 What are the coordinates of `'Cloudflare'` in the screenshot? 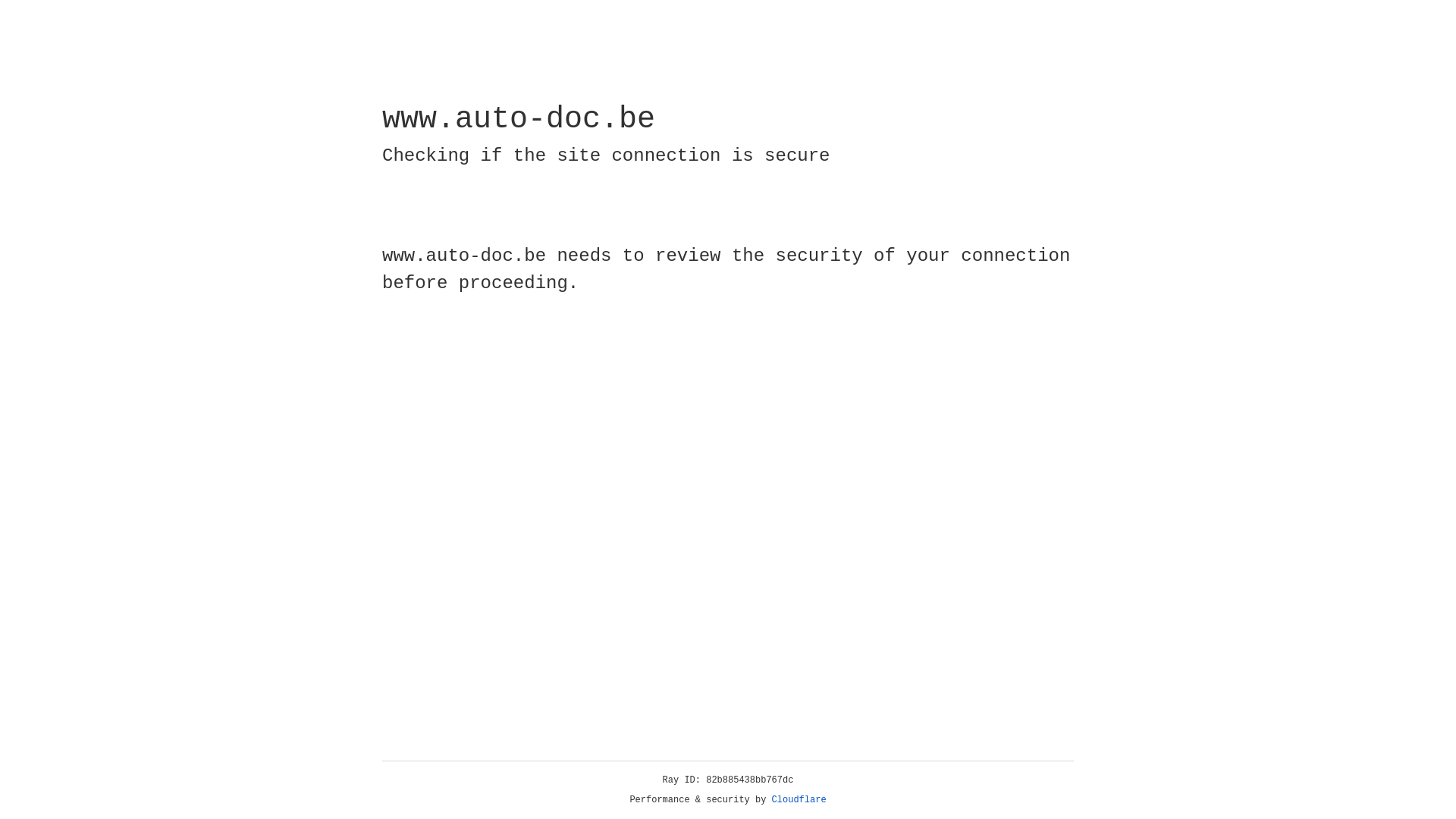 It's located at (799, 799).